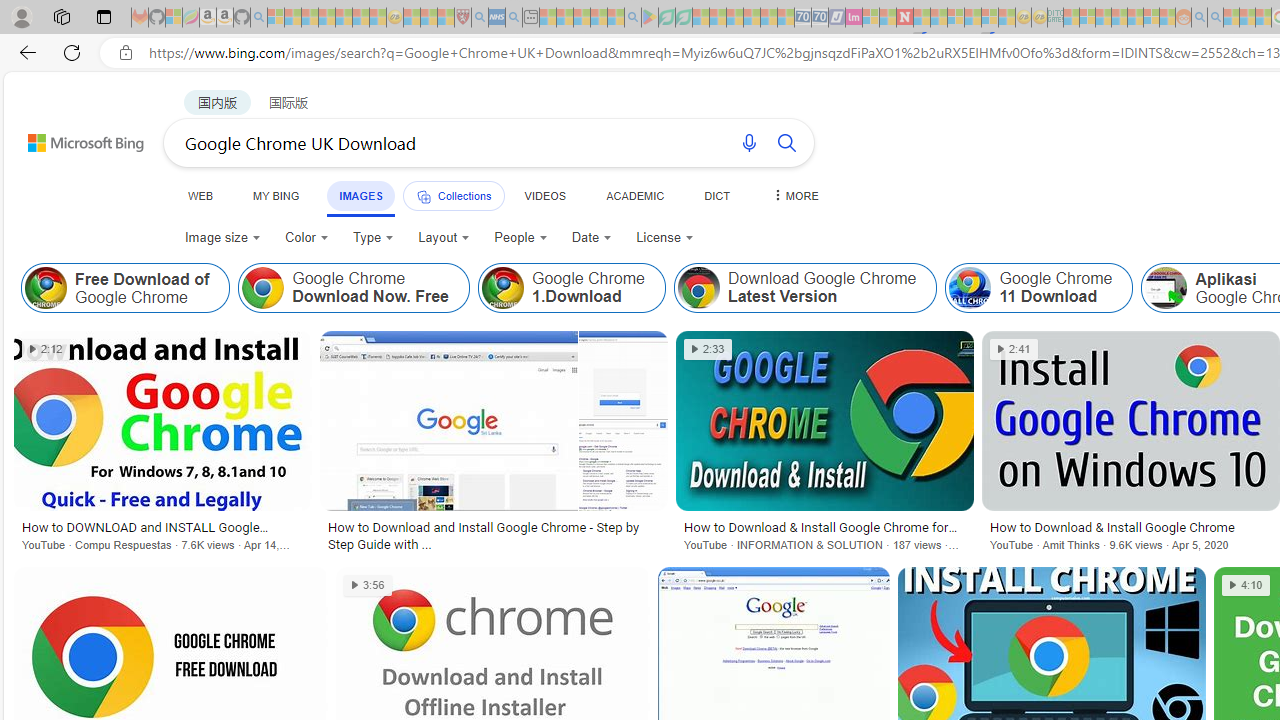  Describe the element at coordinates (443, 236) in the screenshot. I see `'Layout'` at that location.